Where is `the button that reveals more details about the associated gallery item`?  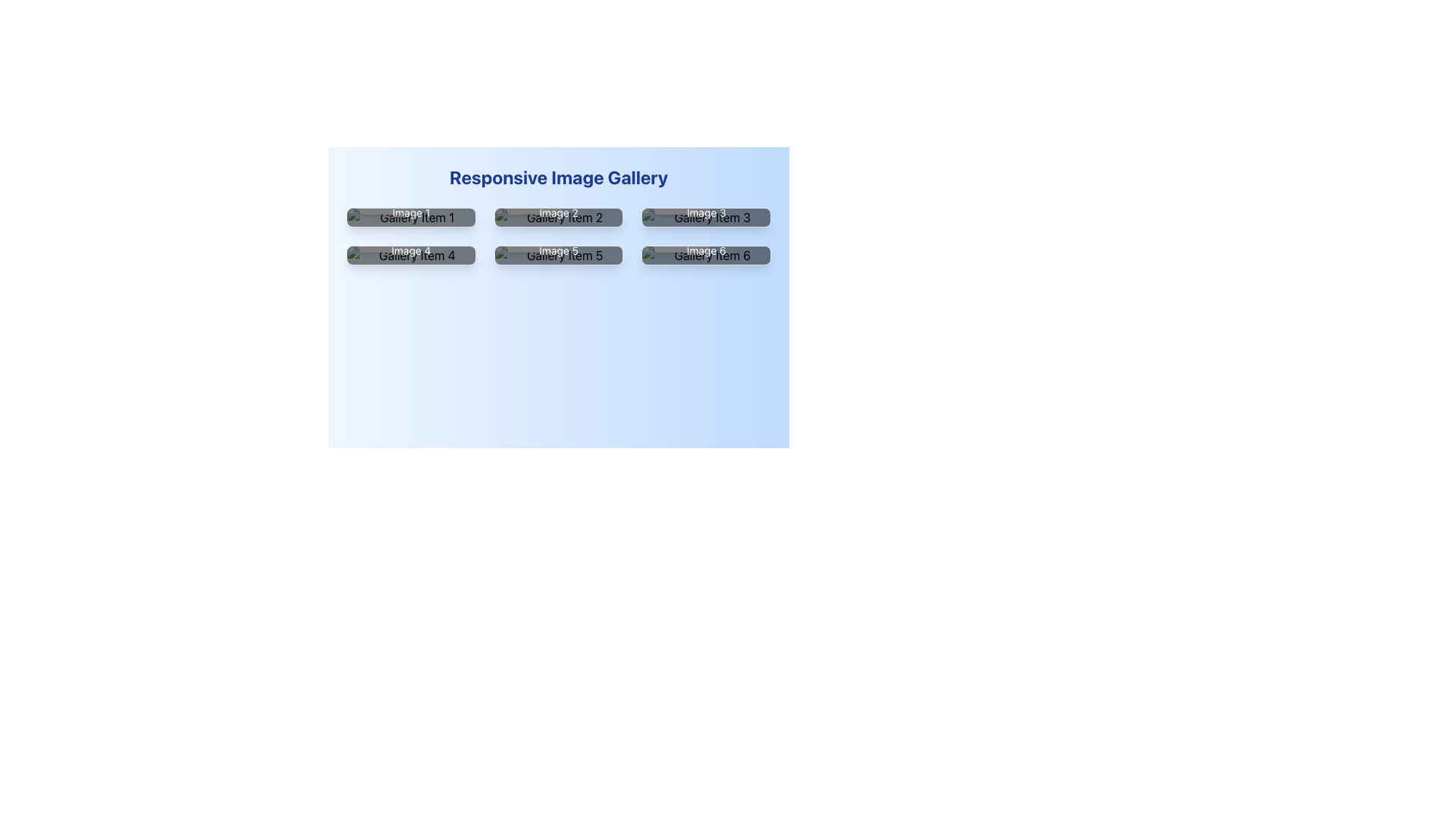 the button that reveals more details about the associated gallery item is located at coordinates (534, 227).